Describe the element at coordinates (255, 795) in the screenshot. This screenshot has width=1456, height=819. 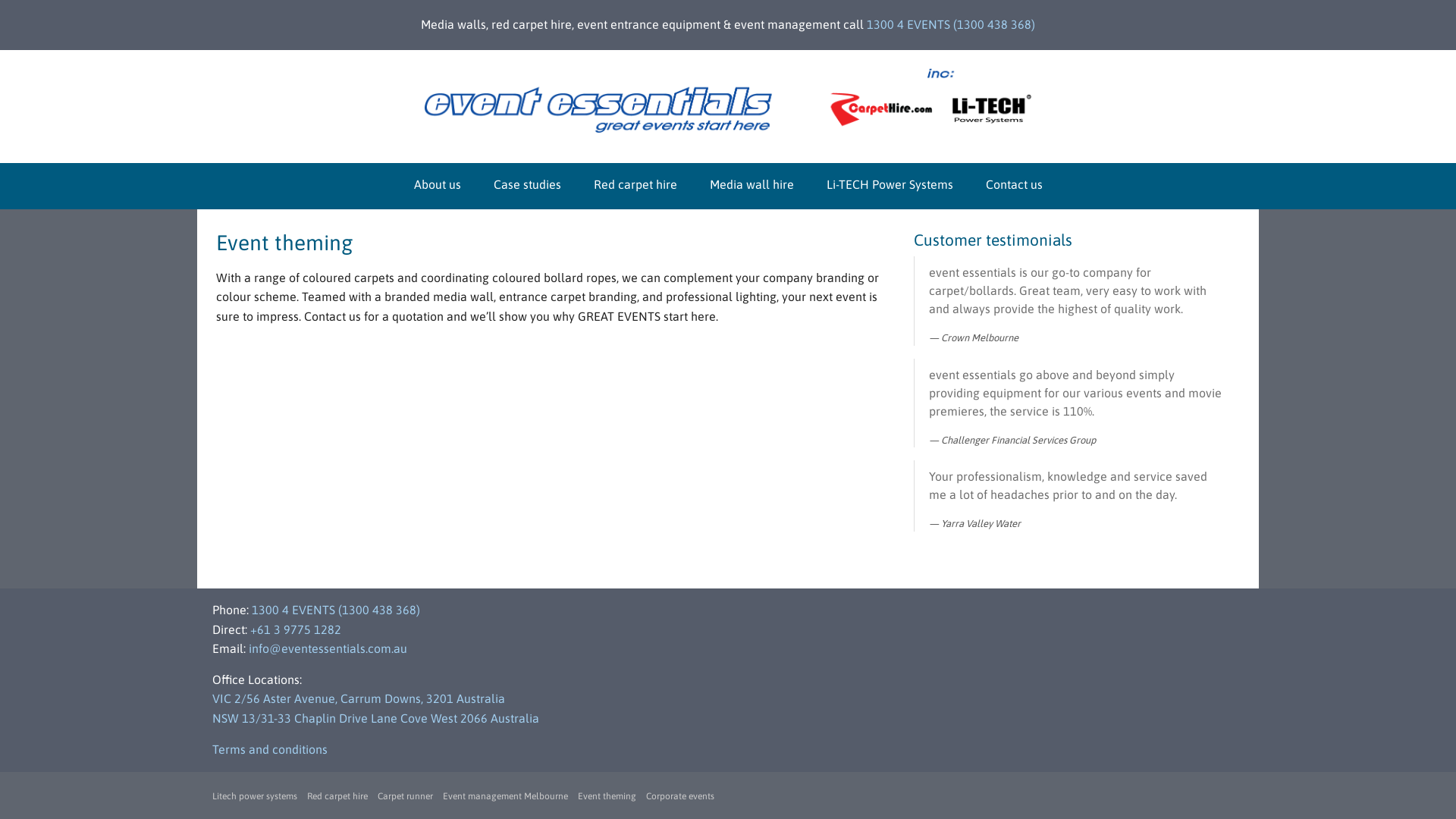
I see `'Litech power systems'` at that location.